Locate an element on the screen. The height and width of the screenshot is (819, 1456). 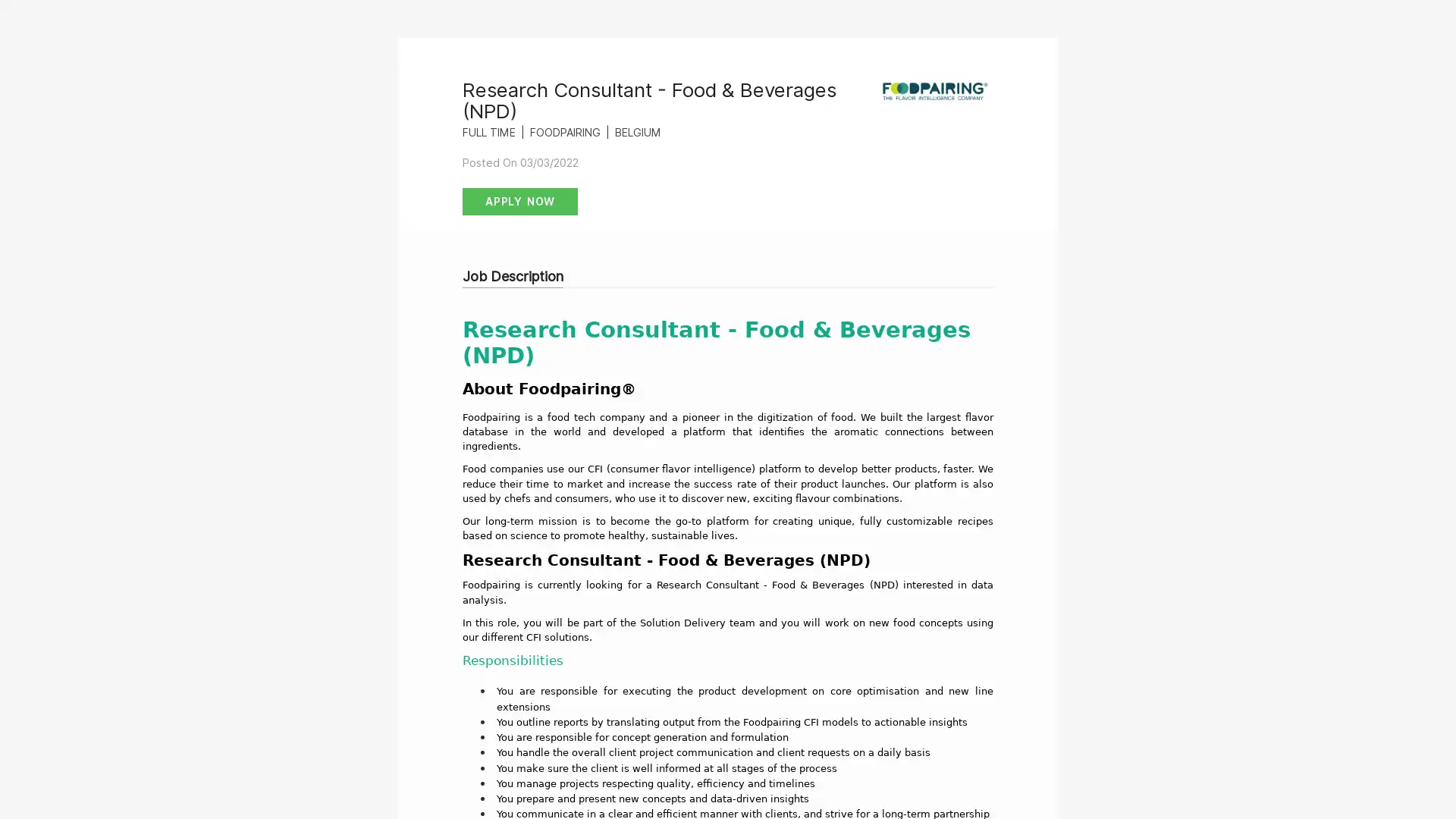
Apply Now is located at coordinates (520, 201).